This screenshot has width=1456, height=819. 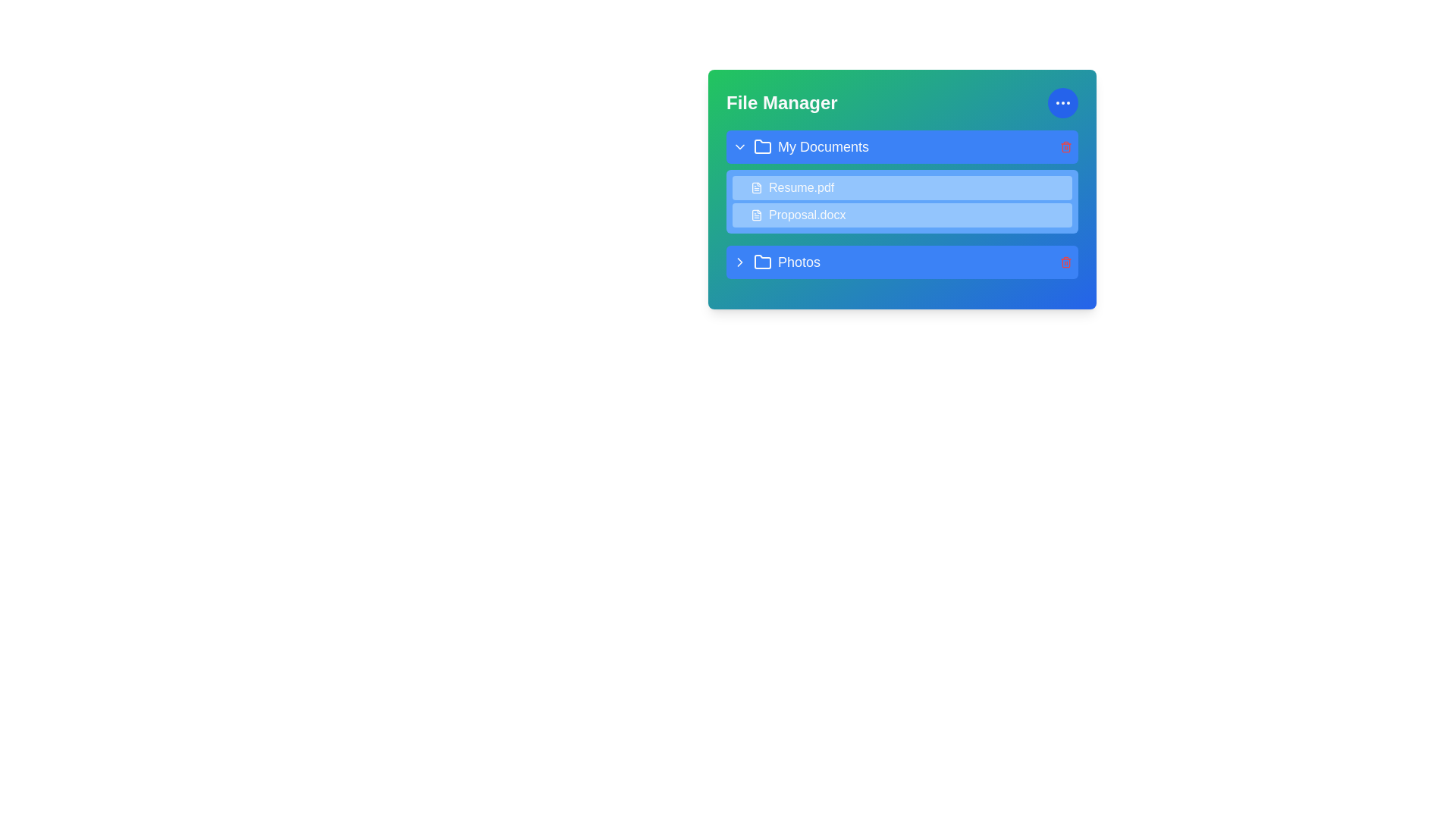 What do you see at coordinates (757, 187) in the screenshot?
I see `the file type icon representing 'Resume.pdf' in the file manager, located to the left of the text 'Resume.pdf'` at bounding box center [757, 187].